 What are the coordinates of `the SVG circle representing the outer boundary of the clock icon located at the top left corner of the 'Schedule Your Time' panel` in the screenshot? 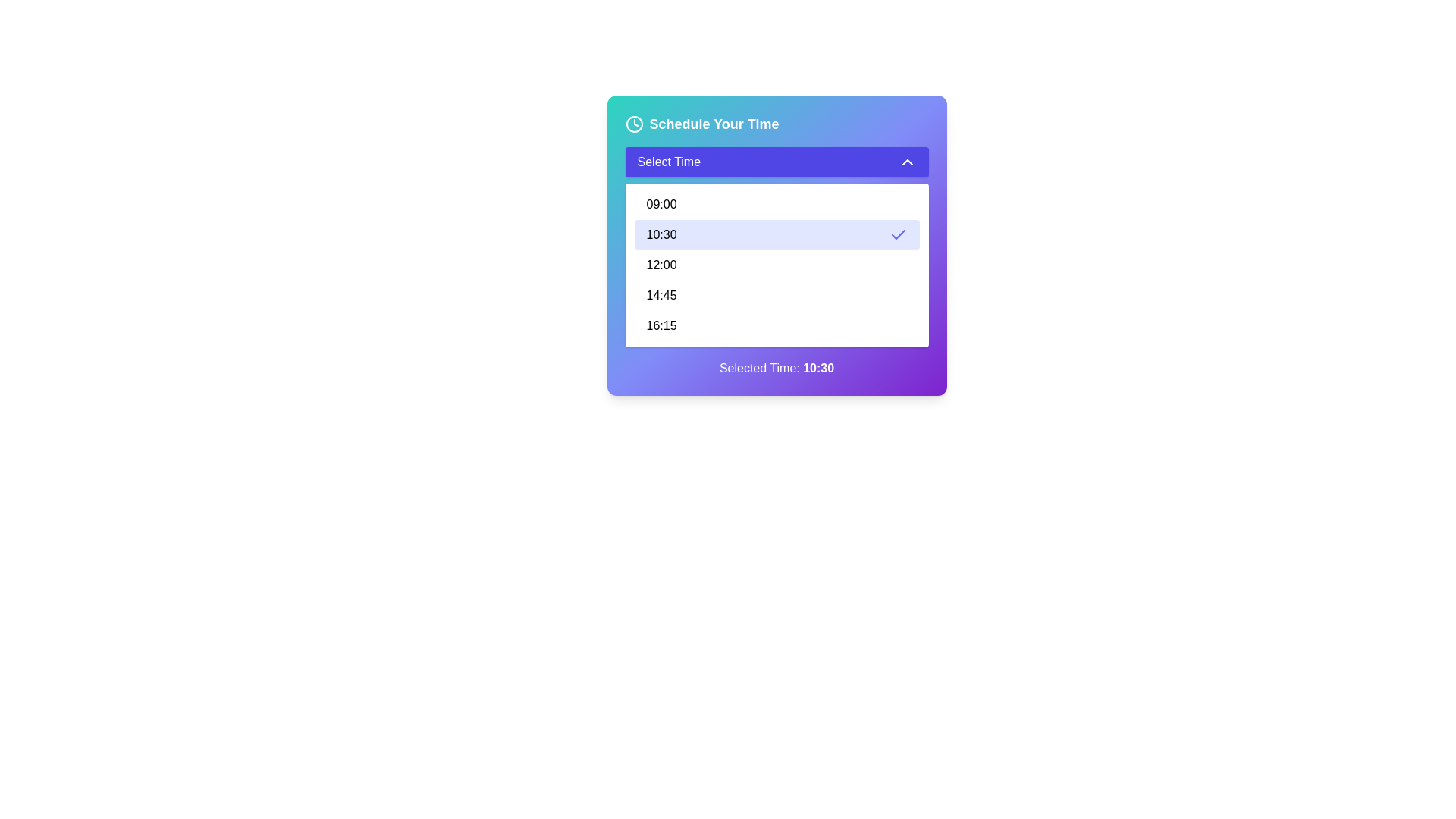 It's located at (634, 124).